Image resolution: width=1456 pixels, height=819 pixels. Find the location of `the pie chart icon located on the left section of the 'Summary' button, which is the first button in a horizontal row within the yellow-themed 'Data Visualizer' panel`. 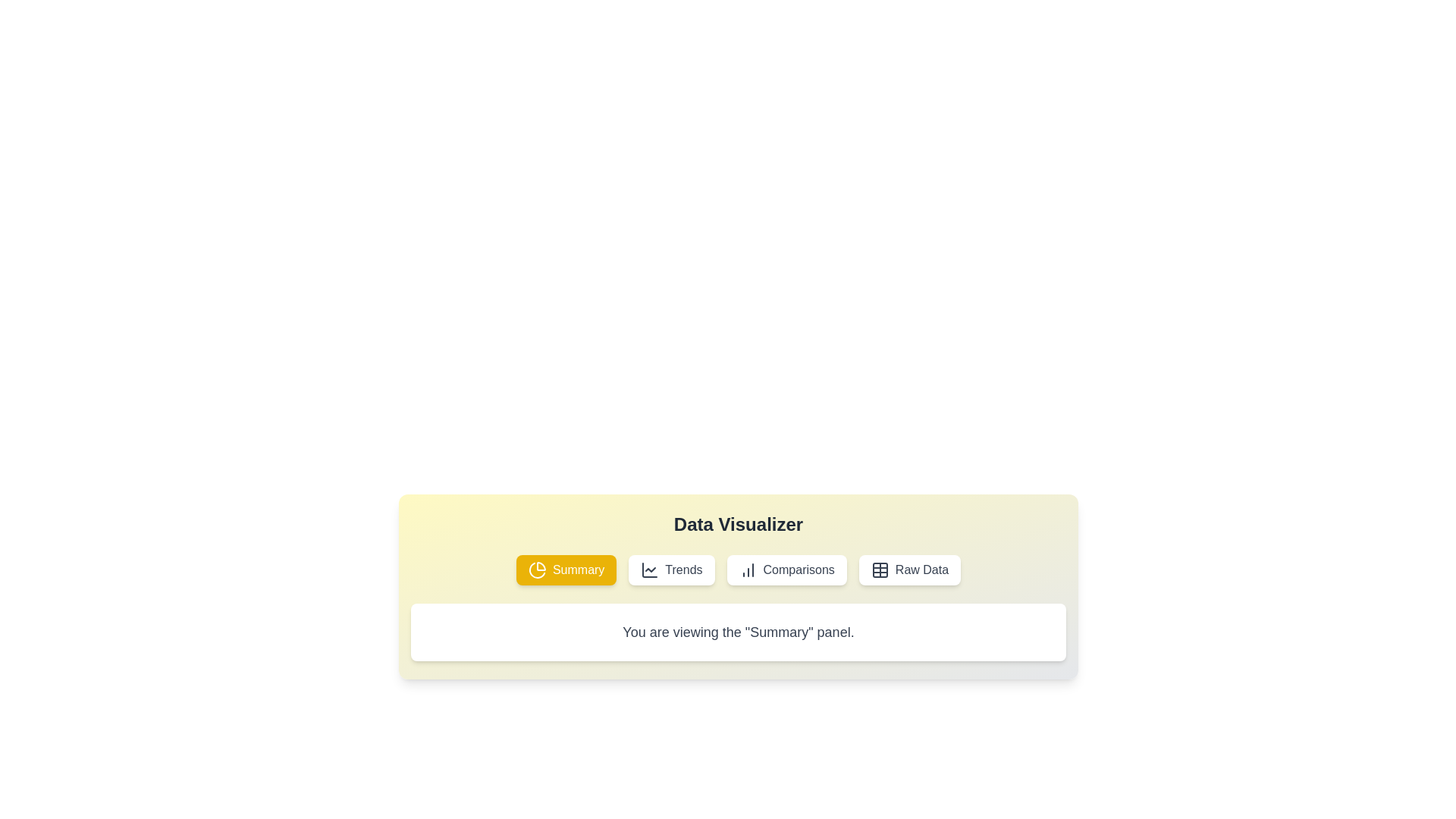

the pie chart icon located on the left section of the 'Summary' button, which is the first button in a horizontal row within the yellow-themed 'Data Visualizer' panel is located at coordinates (537, 570).